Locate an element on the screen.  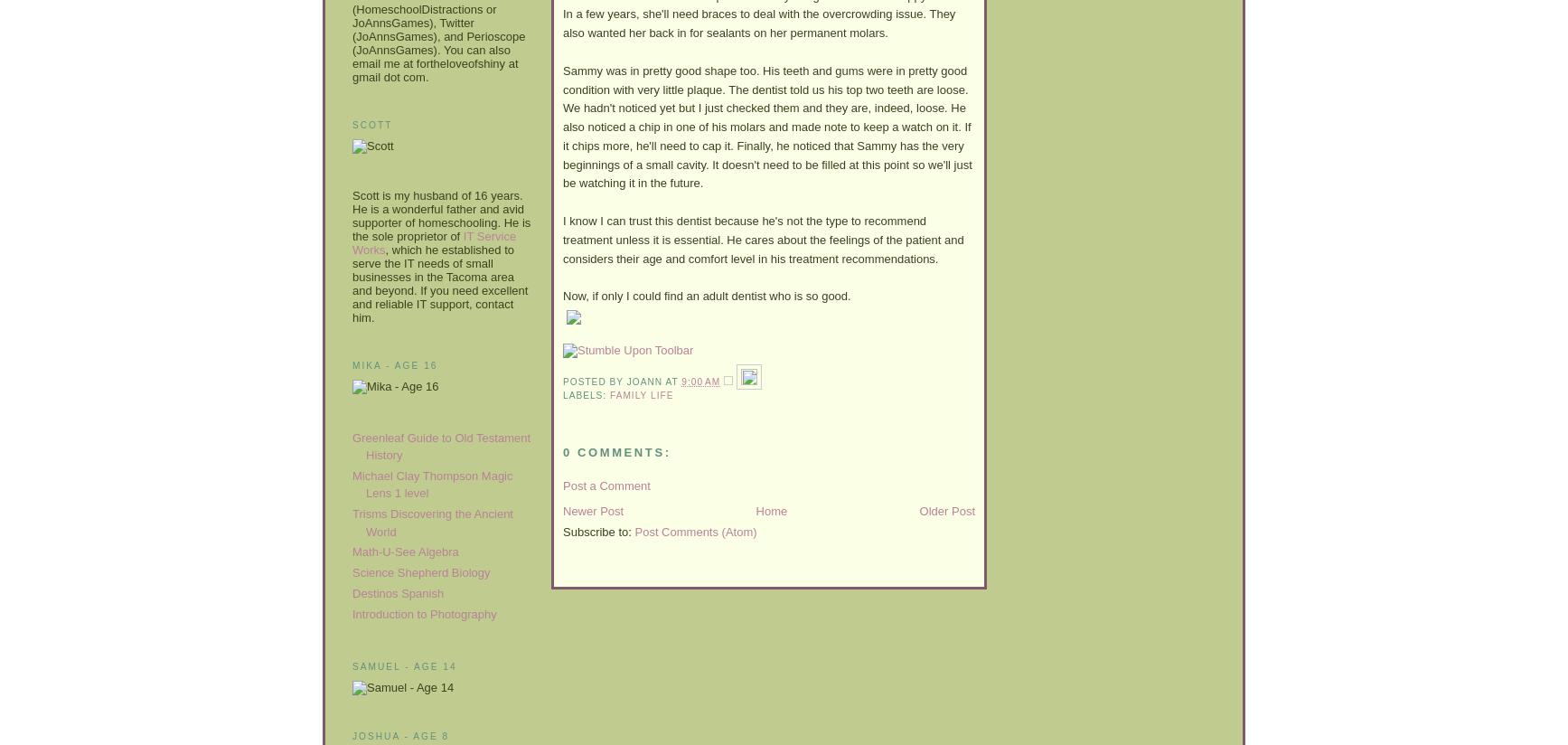
'Newer Post' is located at coordinates (593, 509).